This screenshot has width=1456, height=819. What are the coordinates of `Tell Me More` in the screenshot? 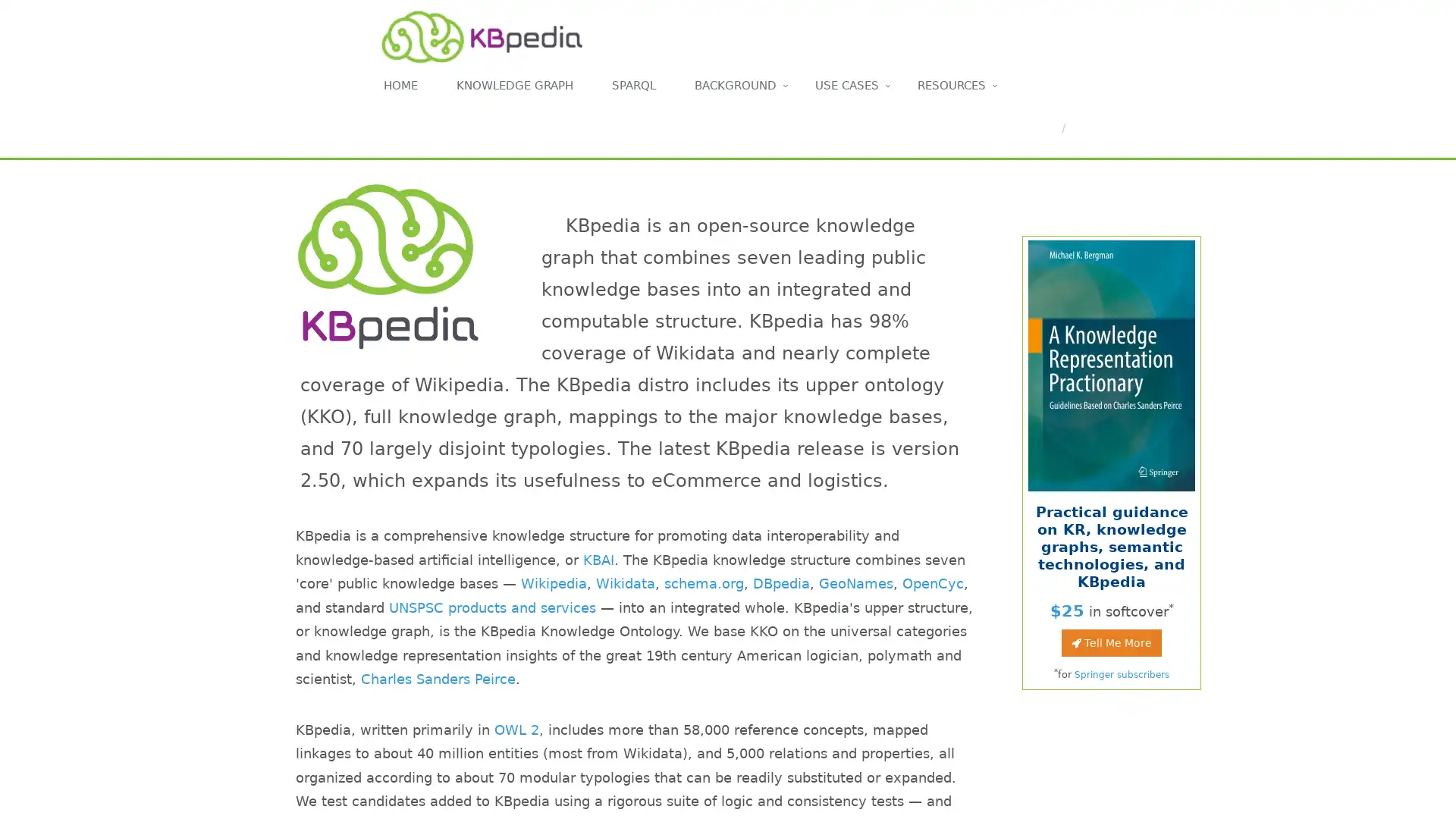 It's located at (1111, 642).